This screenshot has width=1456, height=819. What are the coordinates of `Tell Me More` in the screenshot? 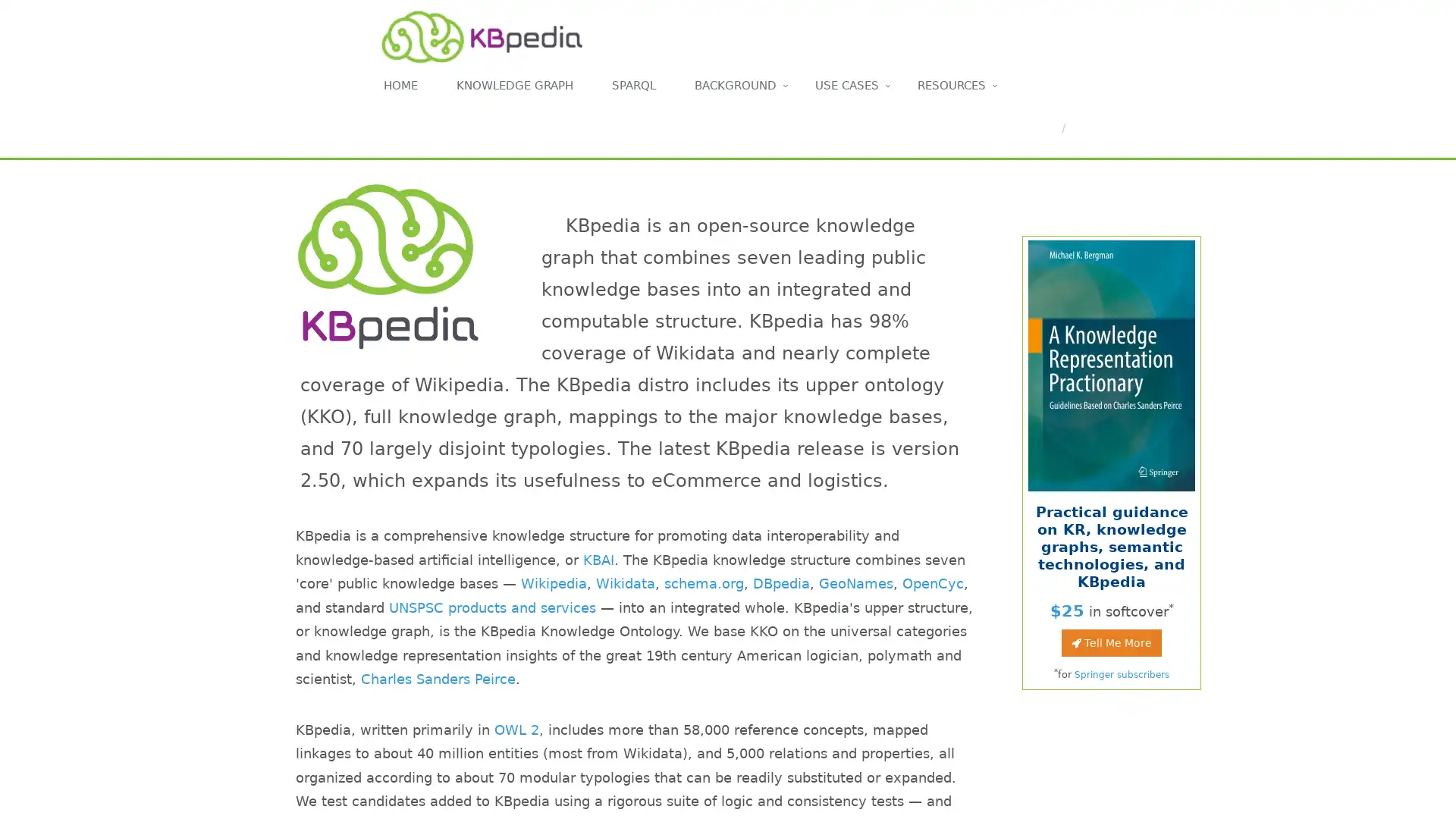 It's located at (1111, 642).